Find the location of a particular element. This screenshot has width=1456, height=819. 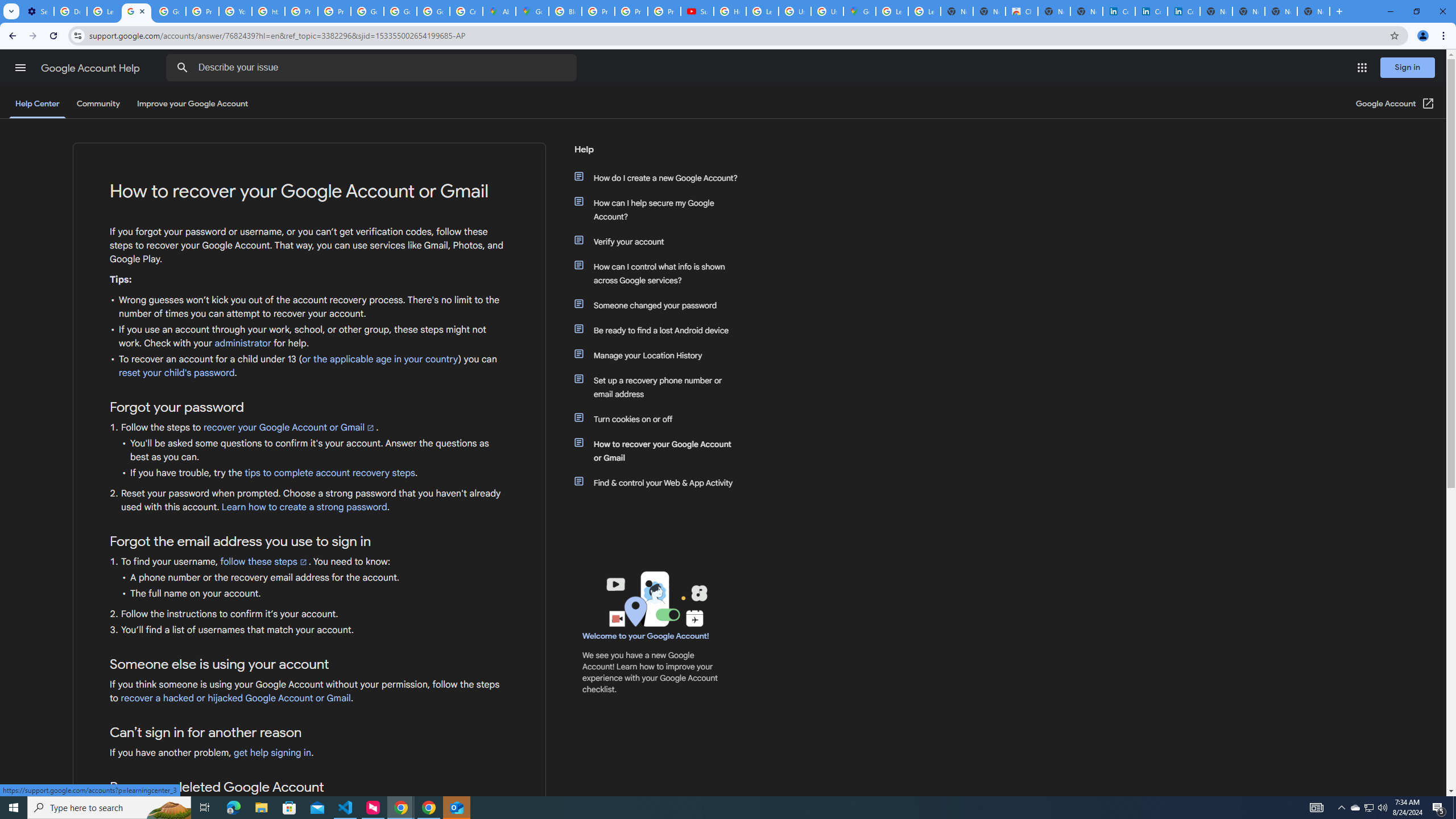

'or the applicable age in your country' is located at coordinates (380, 359).